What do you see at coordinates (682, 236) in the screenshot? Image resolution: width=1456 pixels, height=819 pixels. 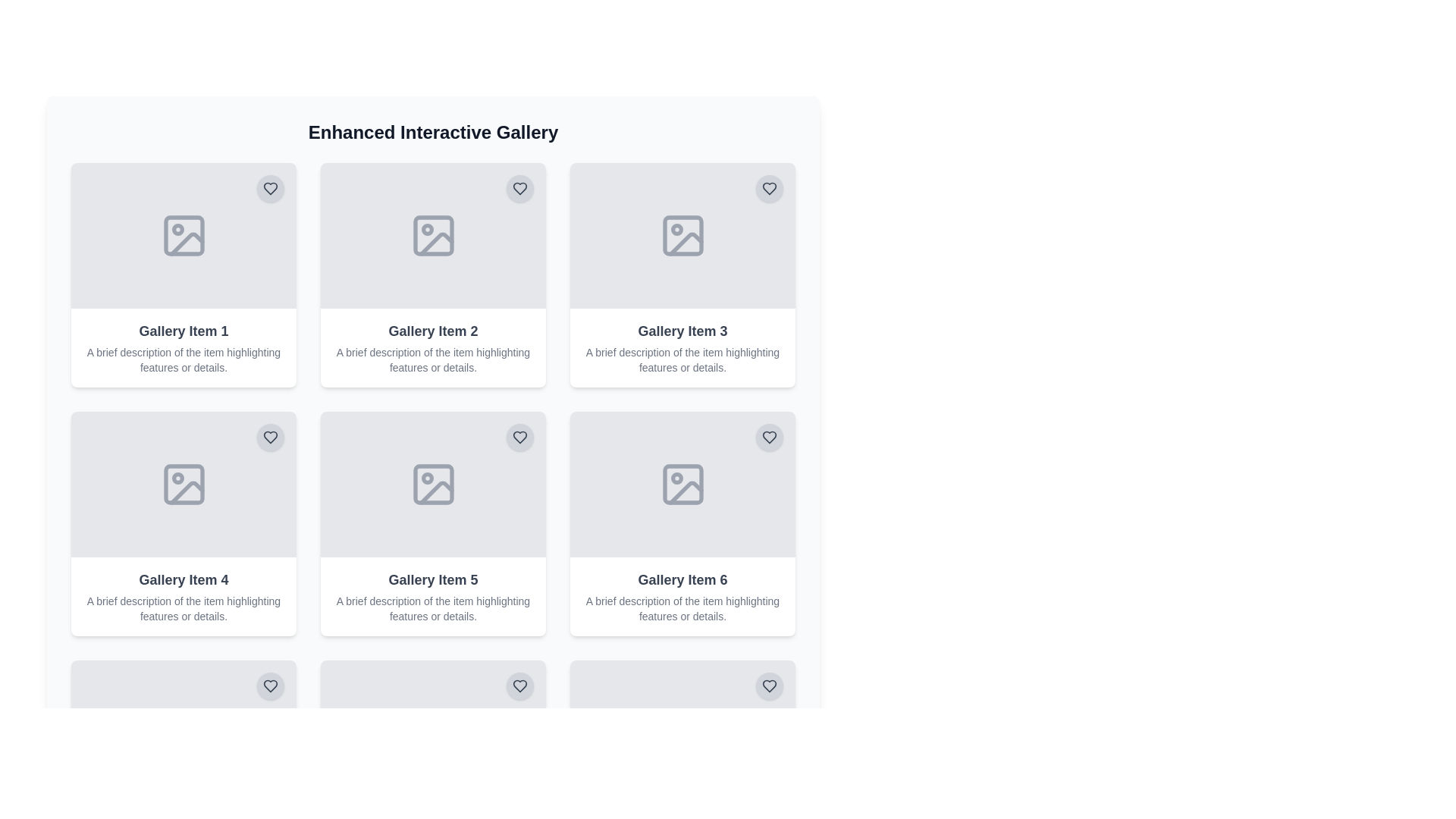 I see `the grayscale icon representing an image with a circular dot and a slanted line inside a square with rounded corners, located in the third gallery item of the first row` at bounding box center [682, 236].